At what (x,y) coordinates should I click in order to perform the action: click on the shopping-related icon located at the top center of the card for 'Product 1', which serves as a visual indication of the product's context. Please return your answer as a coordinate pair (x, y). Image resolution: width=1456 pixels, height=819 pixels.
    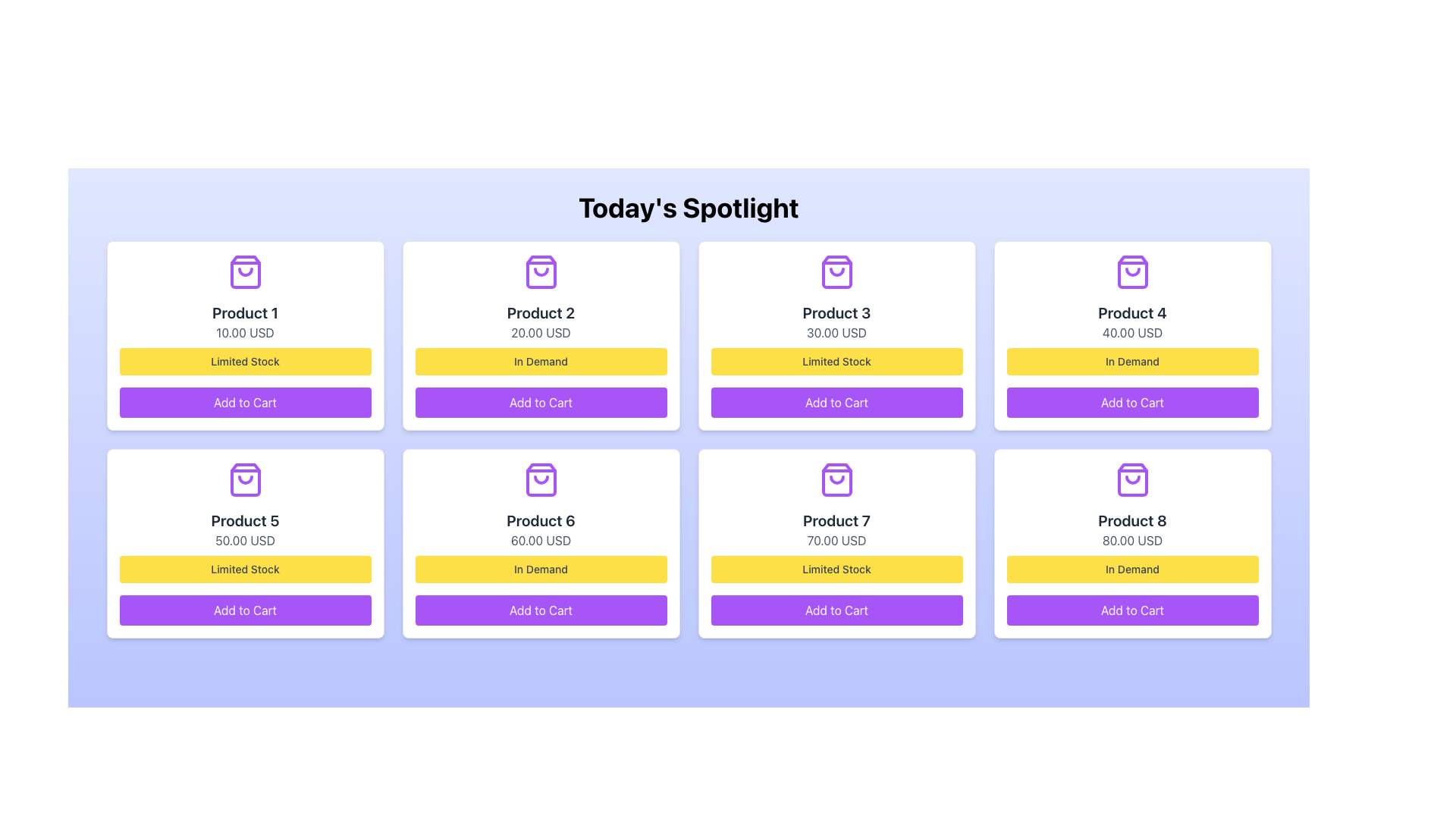
    Looking at the image, I should click on (245, 271).